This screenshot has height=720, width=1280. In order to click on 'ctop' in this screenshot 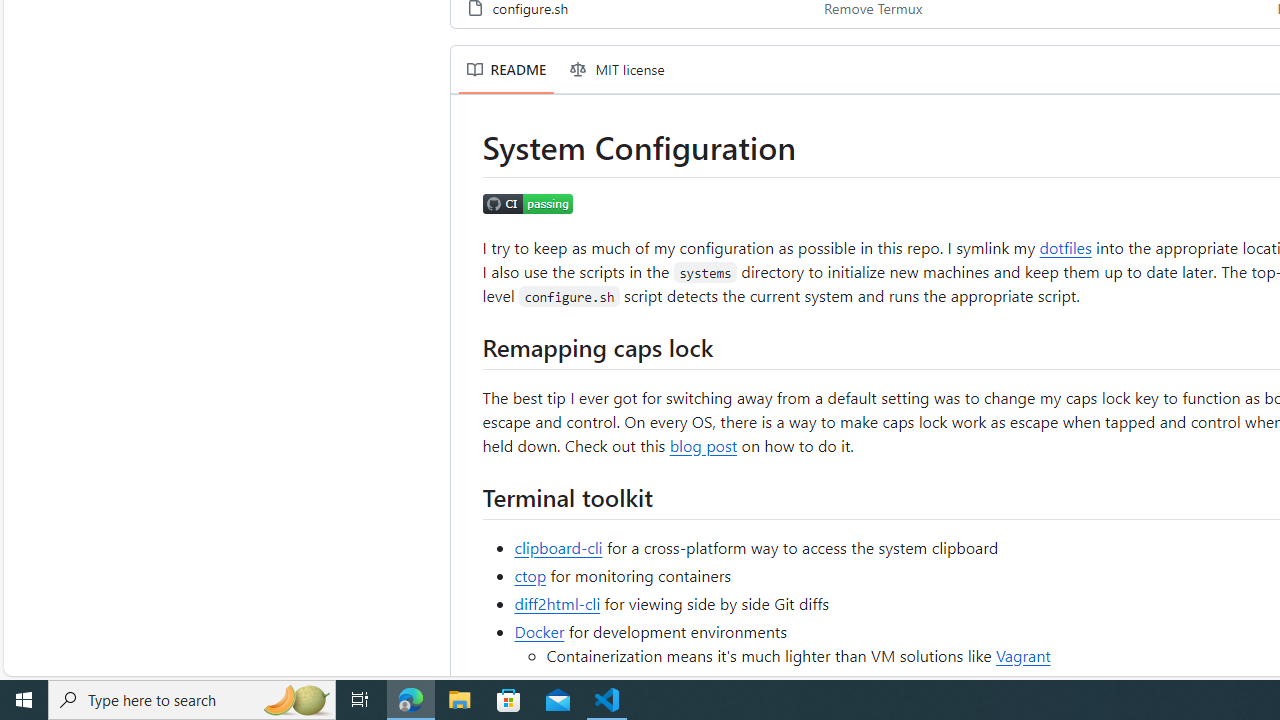, I will do `click(530, 574)`.